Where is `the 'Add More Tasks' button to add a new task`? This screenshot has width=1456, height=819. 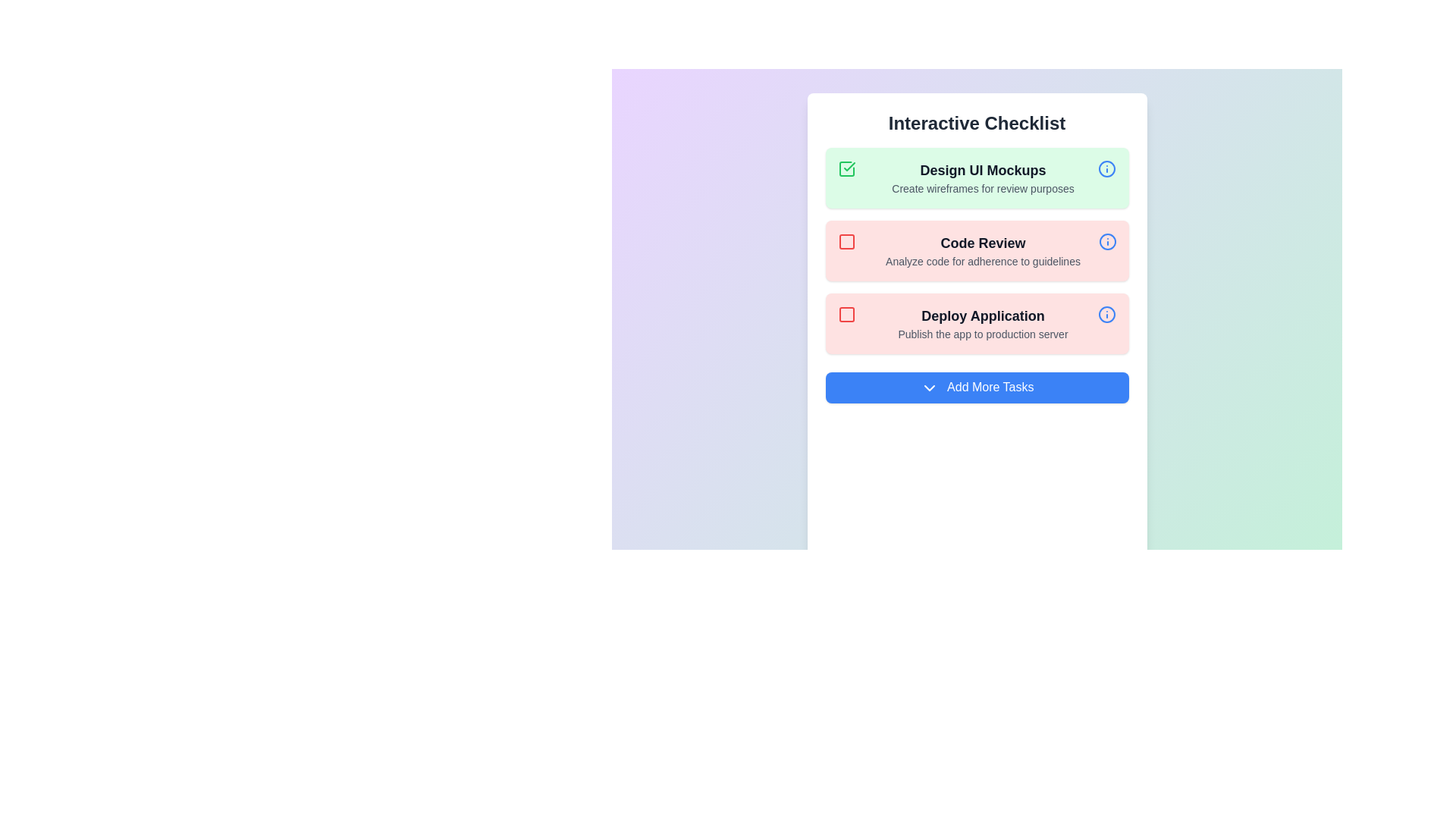
the 'Add More Tasks' button to add a new task is located at coordinates (977, 387).